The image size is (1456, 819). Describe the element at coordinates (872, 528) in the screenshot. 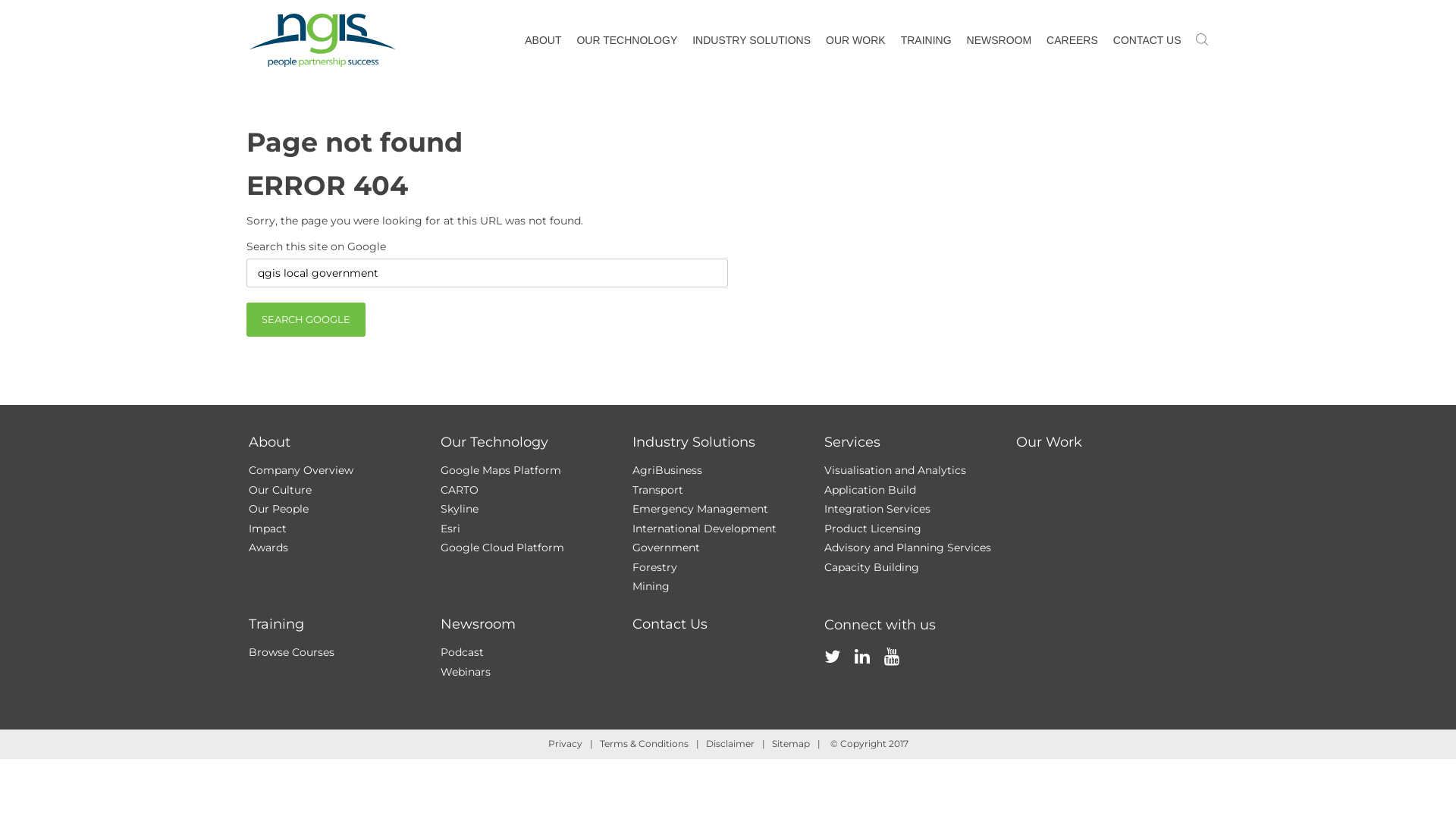

I see `'Product Licensing'` at that location.